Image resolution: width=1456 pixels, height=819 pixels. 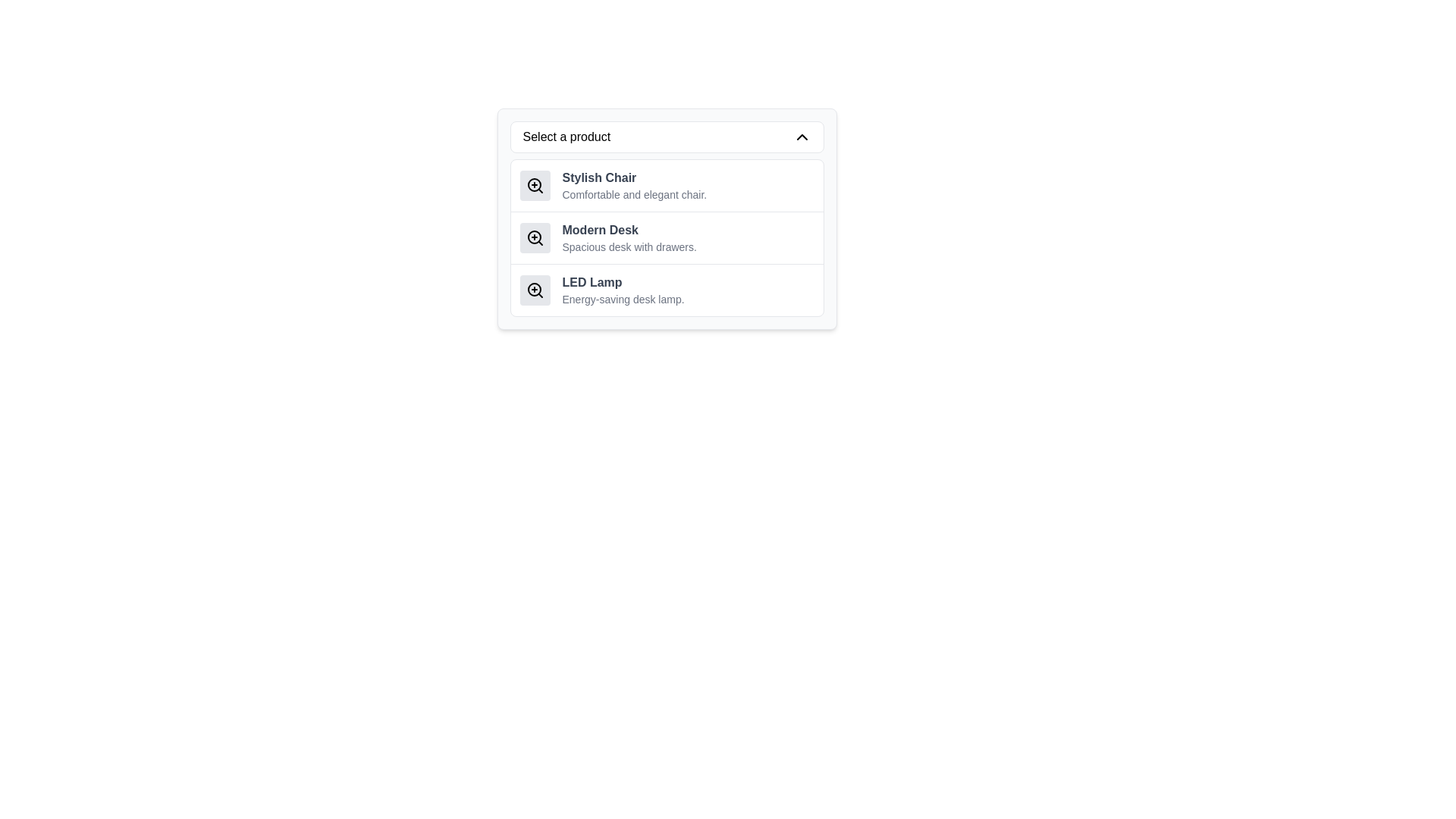 I want to click on product information from the text block displaying 'Modern Desk' and its description 'Spacious desk with drawers.', so click(x=629, y=237).